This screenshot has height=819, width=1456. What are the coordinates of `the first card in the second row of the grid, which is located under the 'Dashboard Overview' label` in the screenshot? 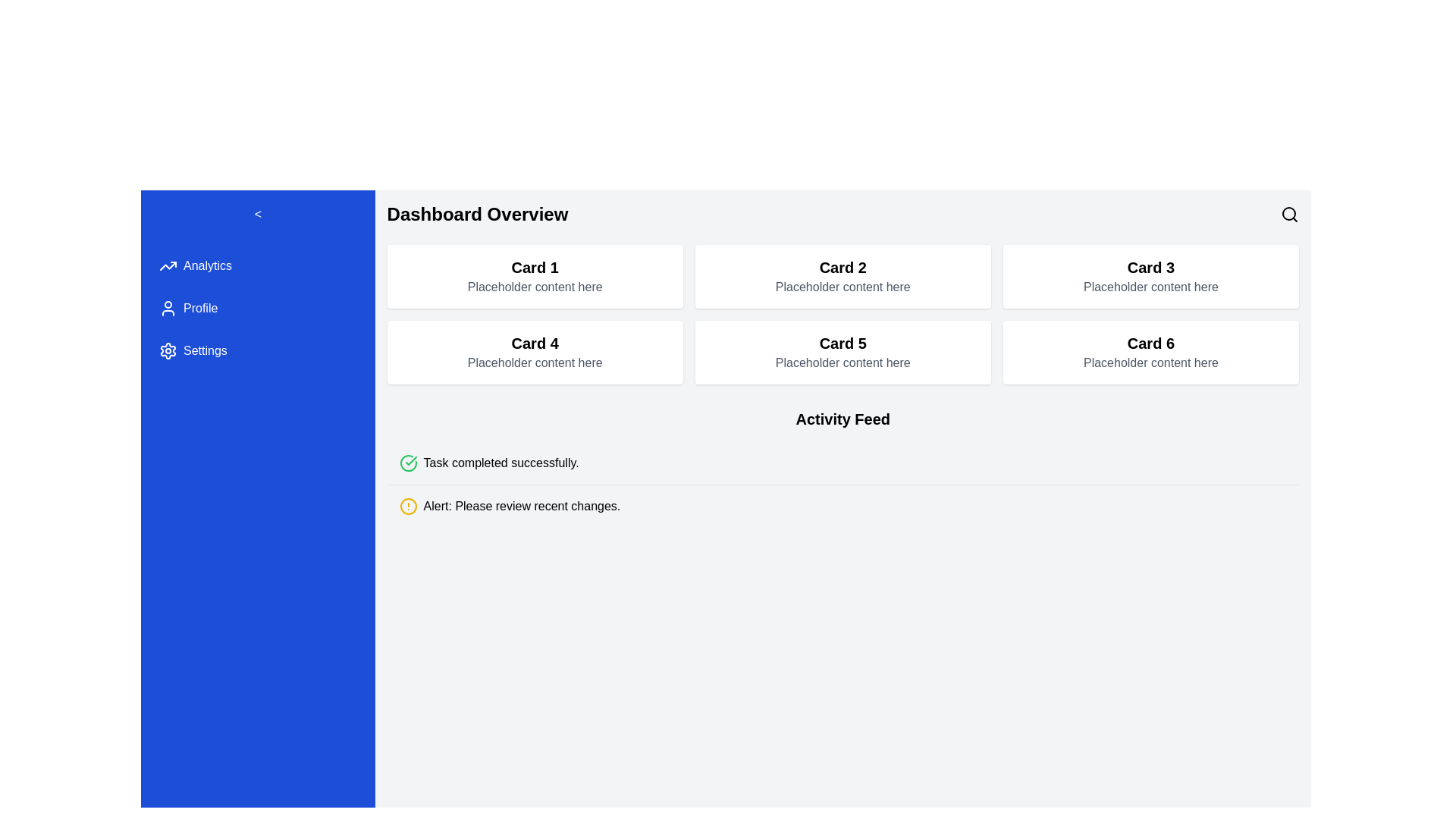 It's located at (535, 353).